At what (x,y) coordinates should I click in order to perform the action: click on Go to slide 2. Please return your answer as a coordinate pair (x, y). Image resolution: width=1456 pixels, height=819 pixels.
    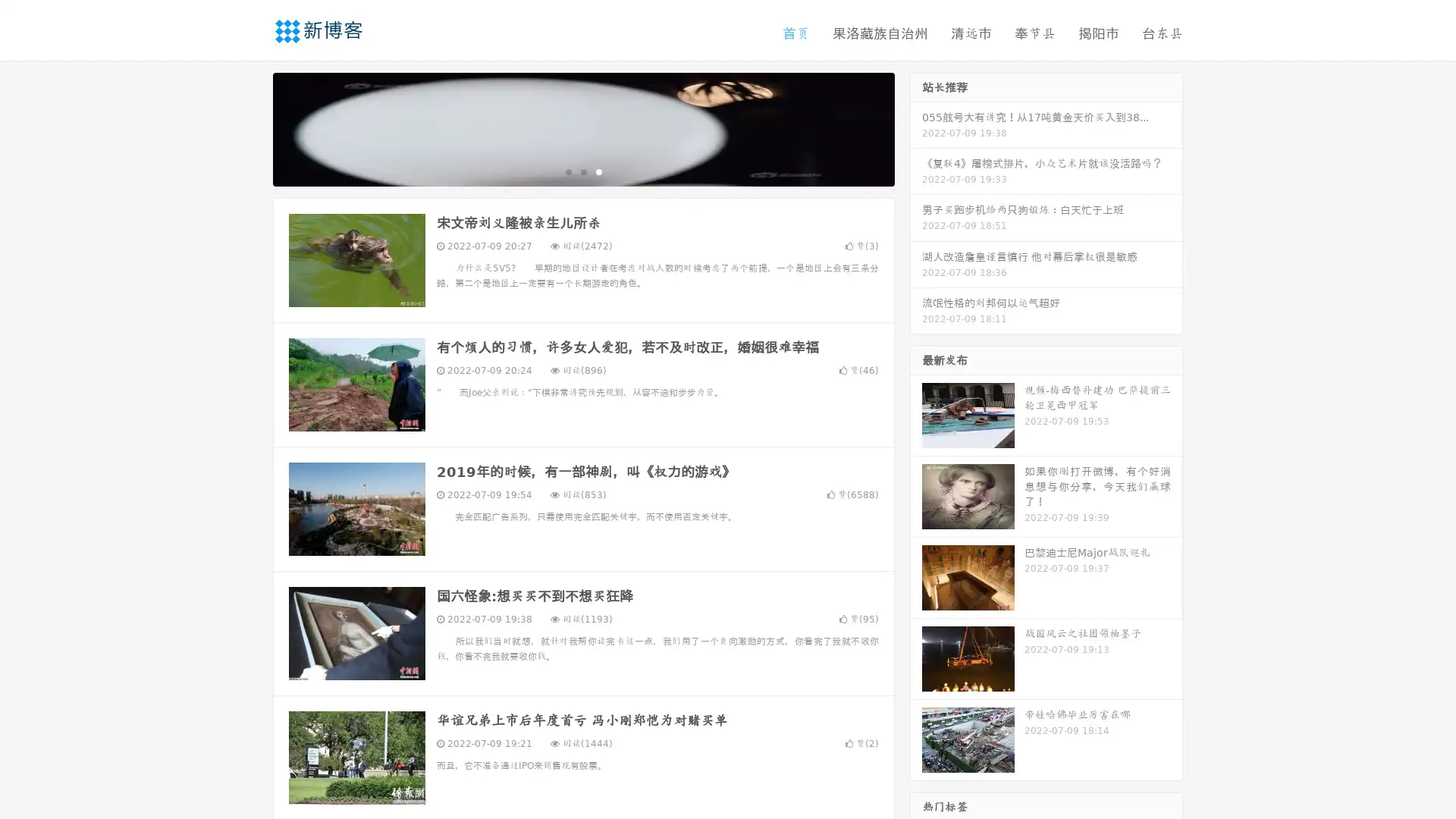
    Looking at the image, I should click on (582, 171).